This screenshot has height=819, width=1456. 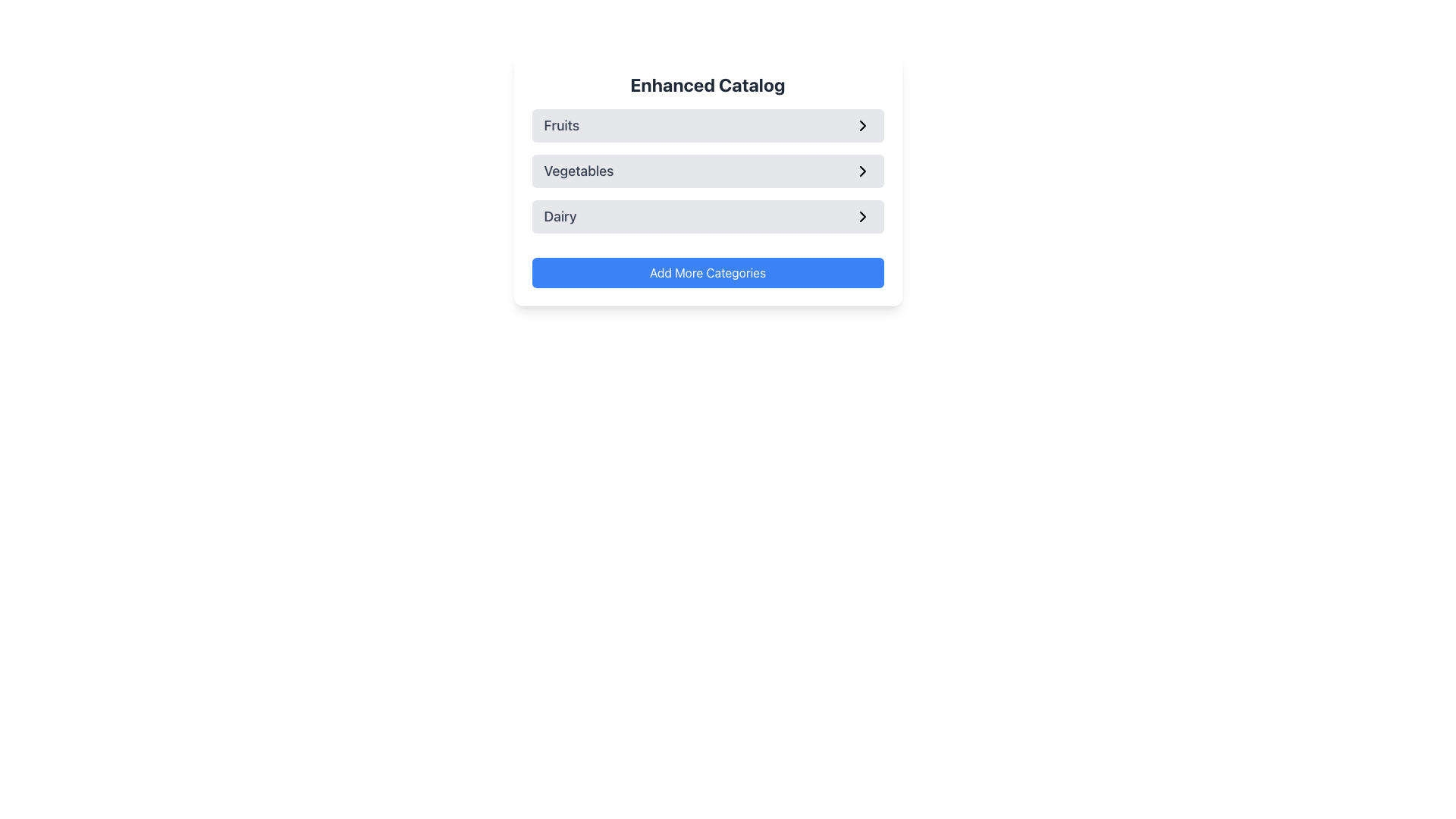 I want to click on the static text label indicating the category 'Dairy' located in the third item of the vertically stacked list, so click(x=560, y=216).